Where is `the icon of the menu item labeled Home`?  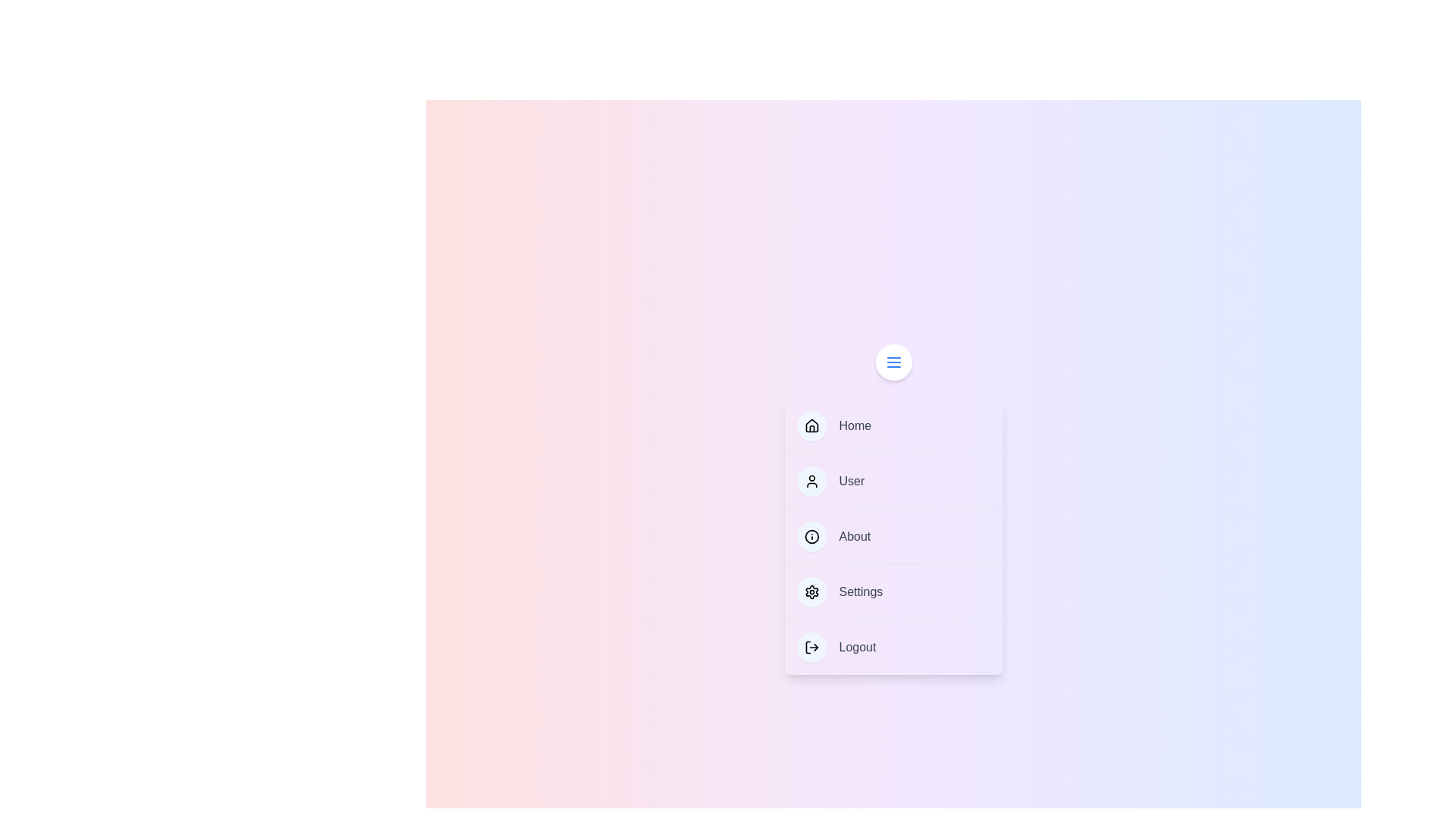
the icon of the menu item labeled Home is located at coordinates (811, 426).